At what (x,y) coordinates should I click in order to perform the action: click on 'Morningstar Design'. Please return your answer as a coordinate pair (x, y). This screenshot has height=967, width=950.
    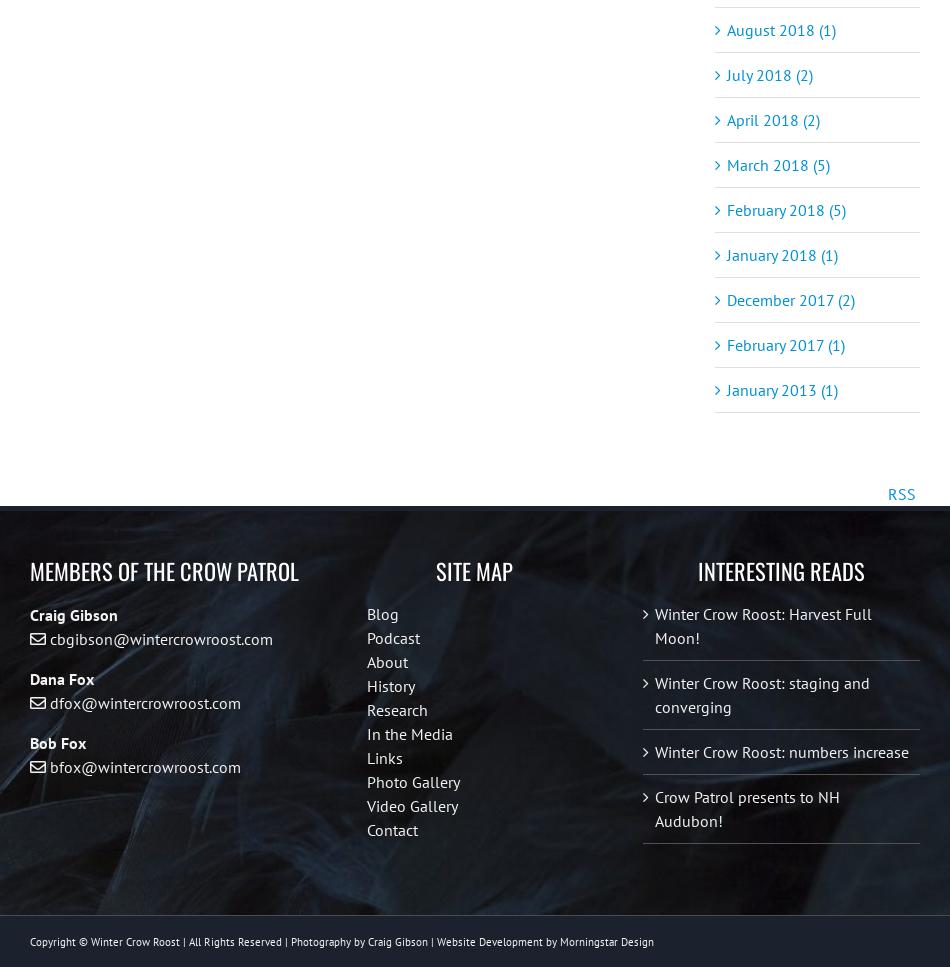
    Looking at the image, I should click on (606, 951).